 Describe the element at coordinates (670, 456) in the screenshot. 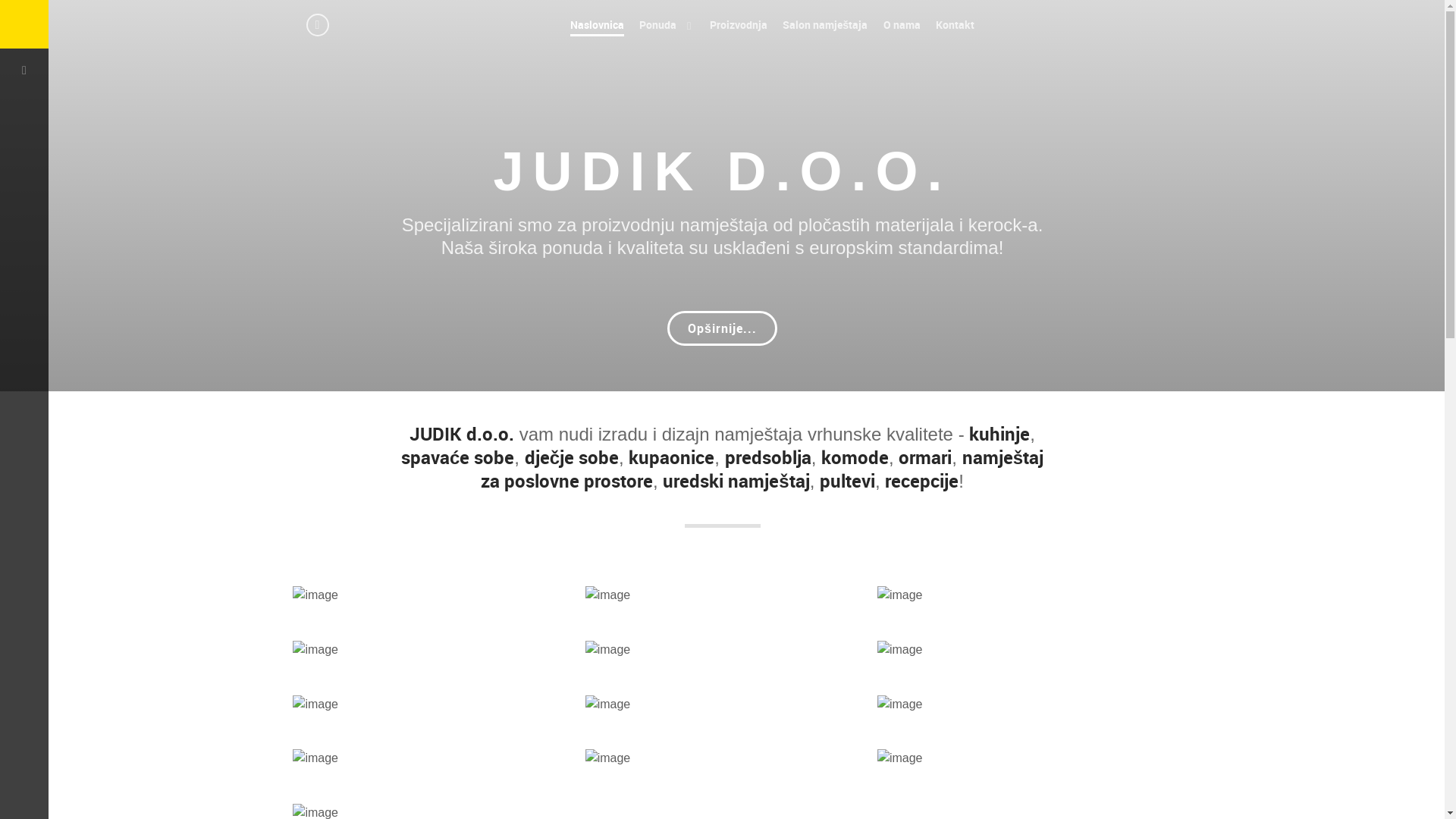

I see `'kupaonice'` at that location.